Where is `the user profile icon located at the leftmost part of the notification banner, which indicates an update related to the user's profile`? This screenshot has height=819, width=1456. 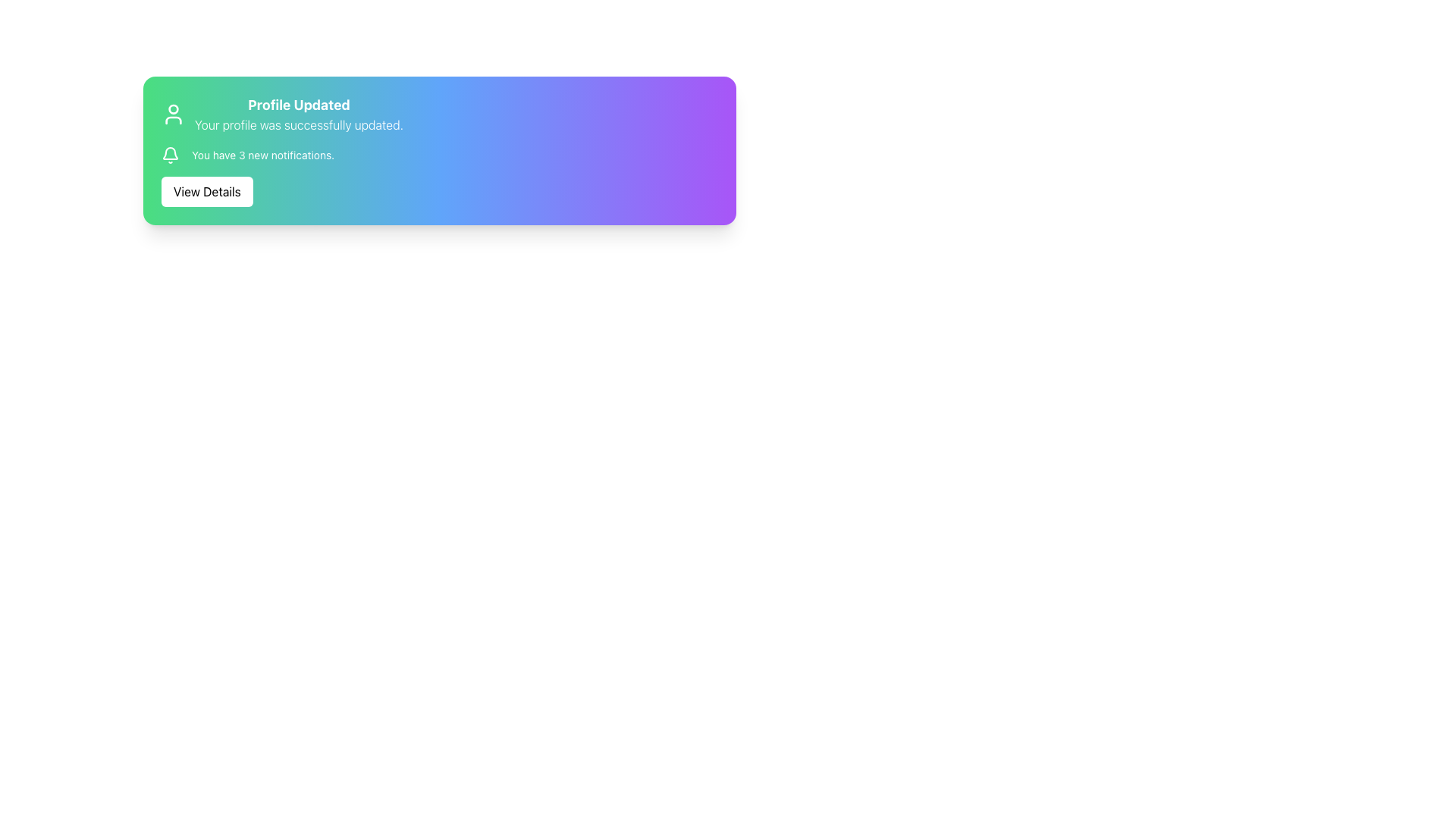
the user profile icon located at the leftmost part of the notification banner, which indicates an update related to the user's profile is located at coordinates (174, 113).